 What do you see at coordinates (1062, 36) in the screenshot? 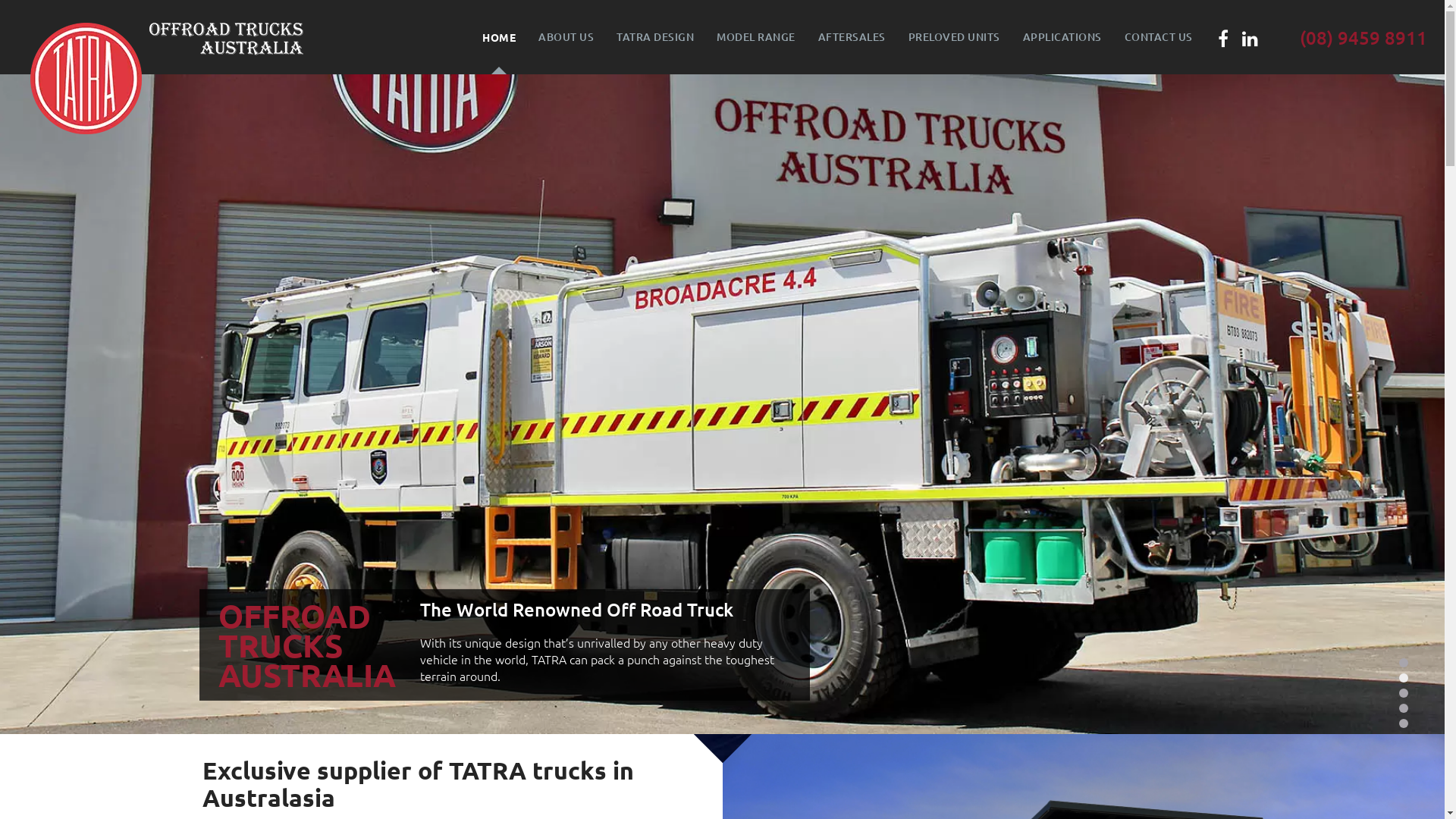
I see `'APPLICATIONS'` at bounding box center [1062, 36].